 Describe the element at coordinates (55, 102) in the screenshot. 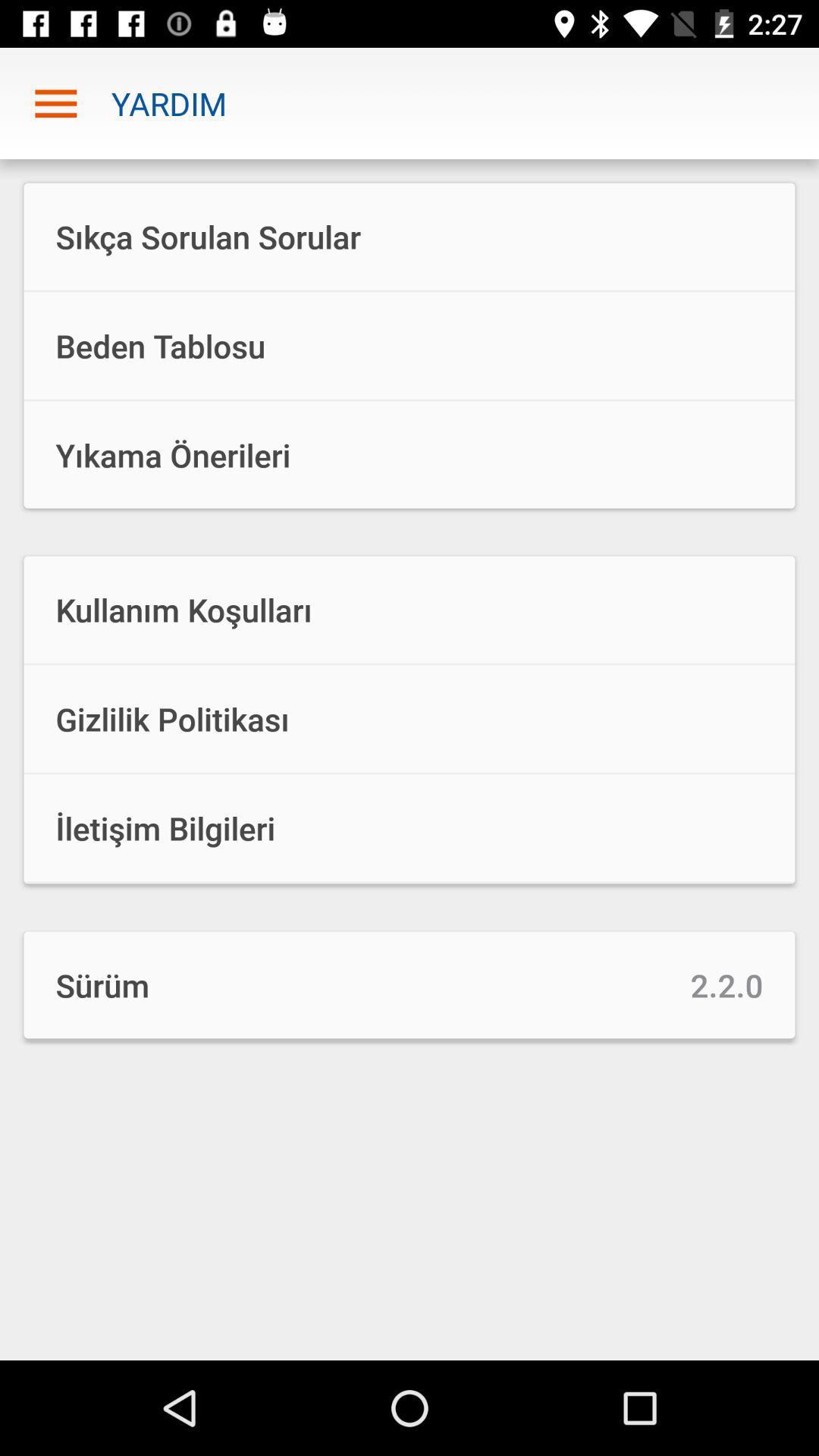

I see `icon next to yardim icon` at that location.